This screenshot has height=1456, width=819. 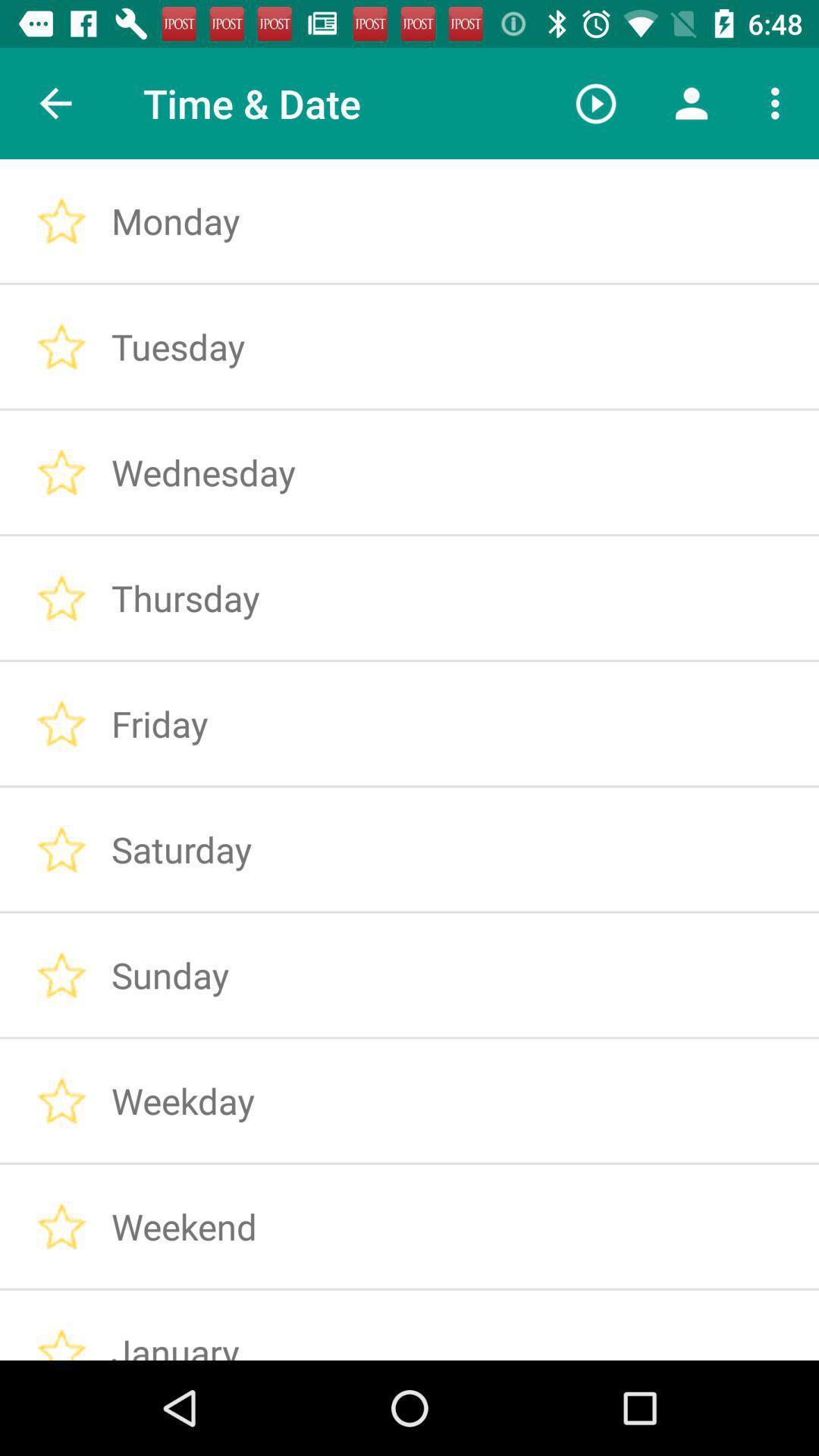 I want to click on the item to the left of time & date item, so click(x=55, y=102).